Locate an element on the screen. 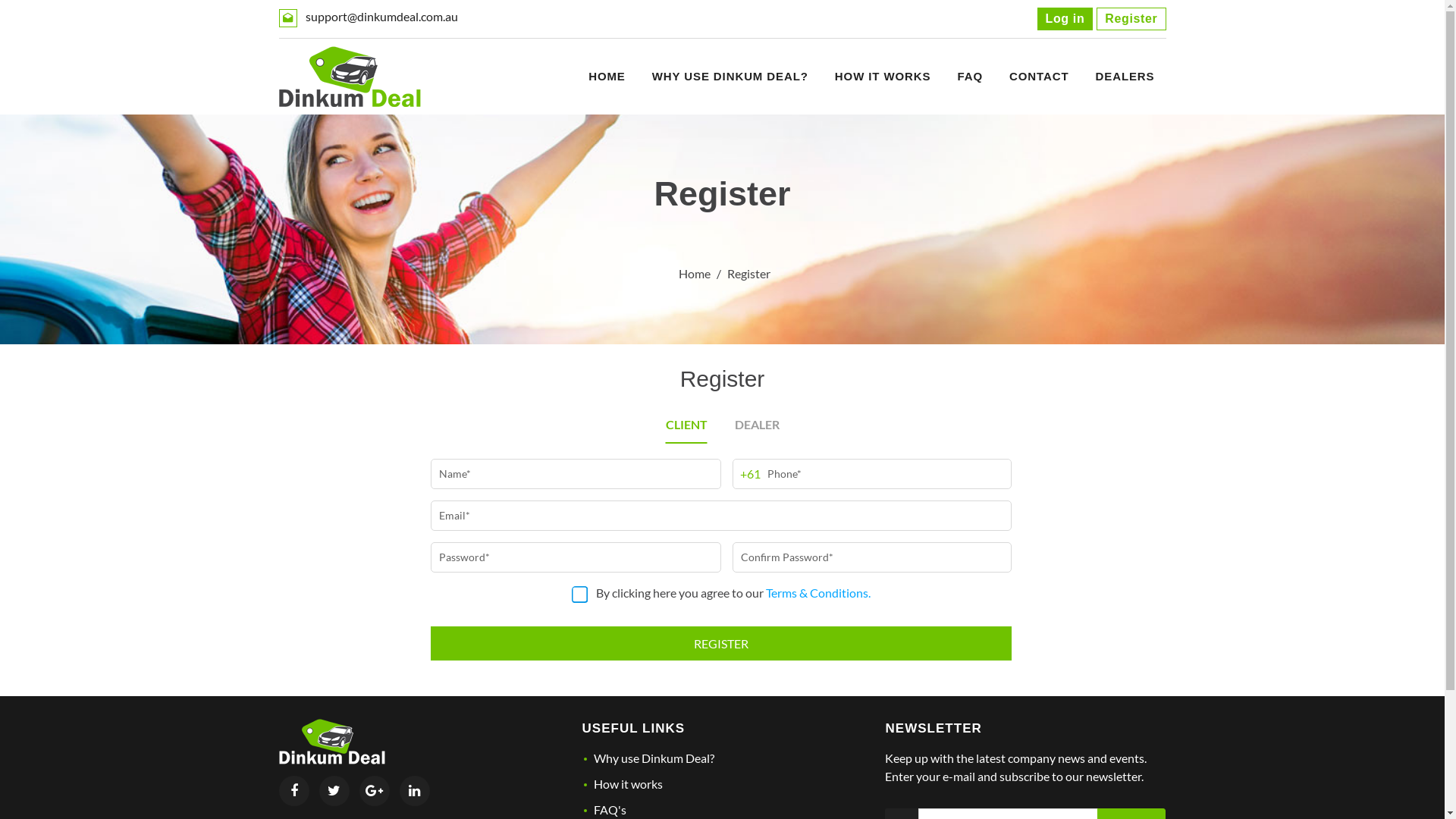  'Terms & Conditions.' is located at coordinates (817, 588).